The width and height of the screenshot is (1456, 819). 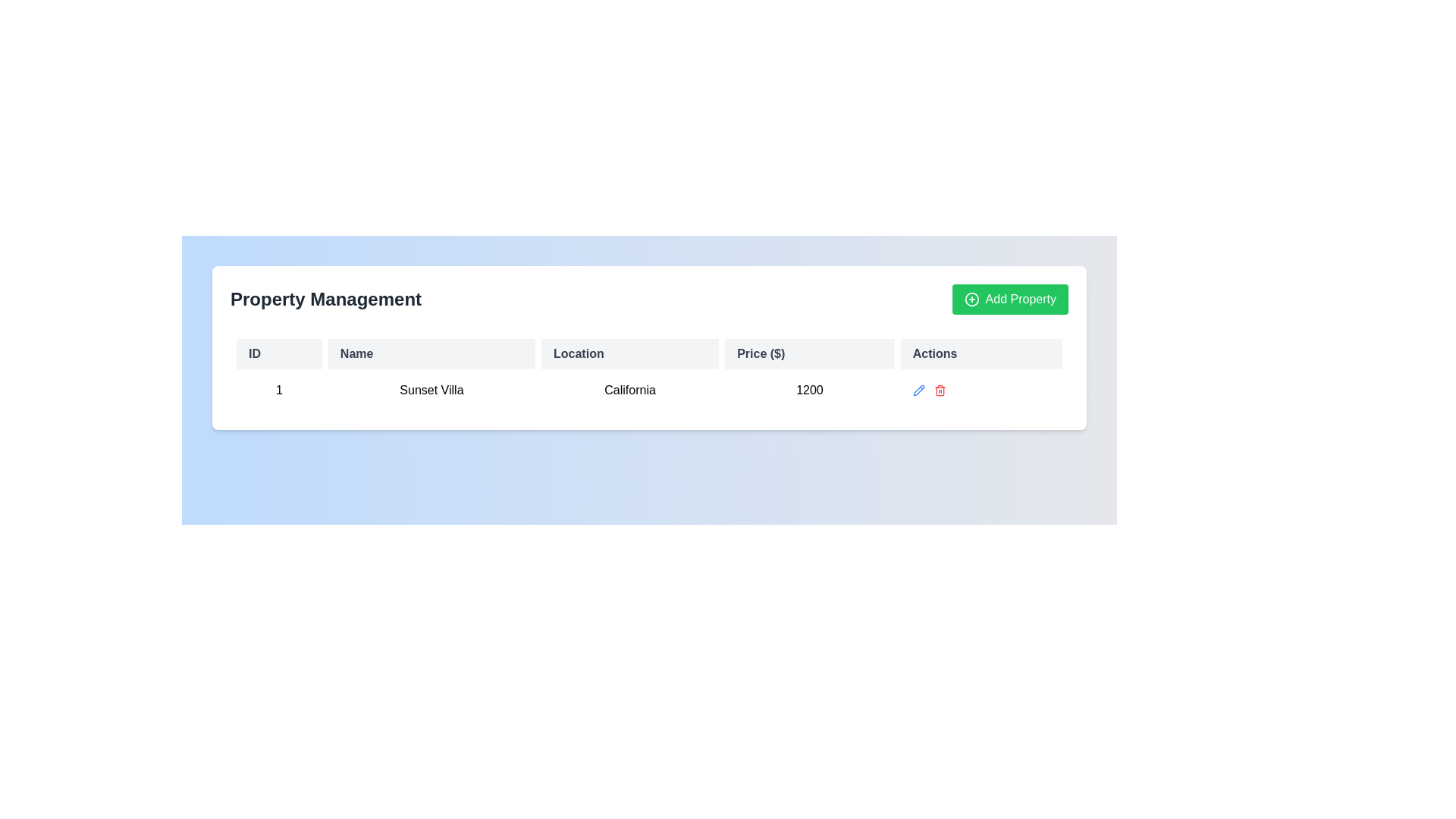 What do you see at coordinates (981, 390) in the screenshot?
I see `the action buttons and icons in the 'Actions' column of the first row in the table` at bounding box center [981, 390].